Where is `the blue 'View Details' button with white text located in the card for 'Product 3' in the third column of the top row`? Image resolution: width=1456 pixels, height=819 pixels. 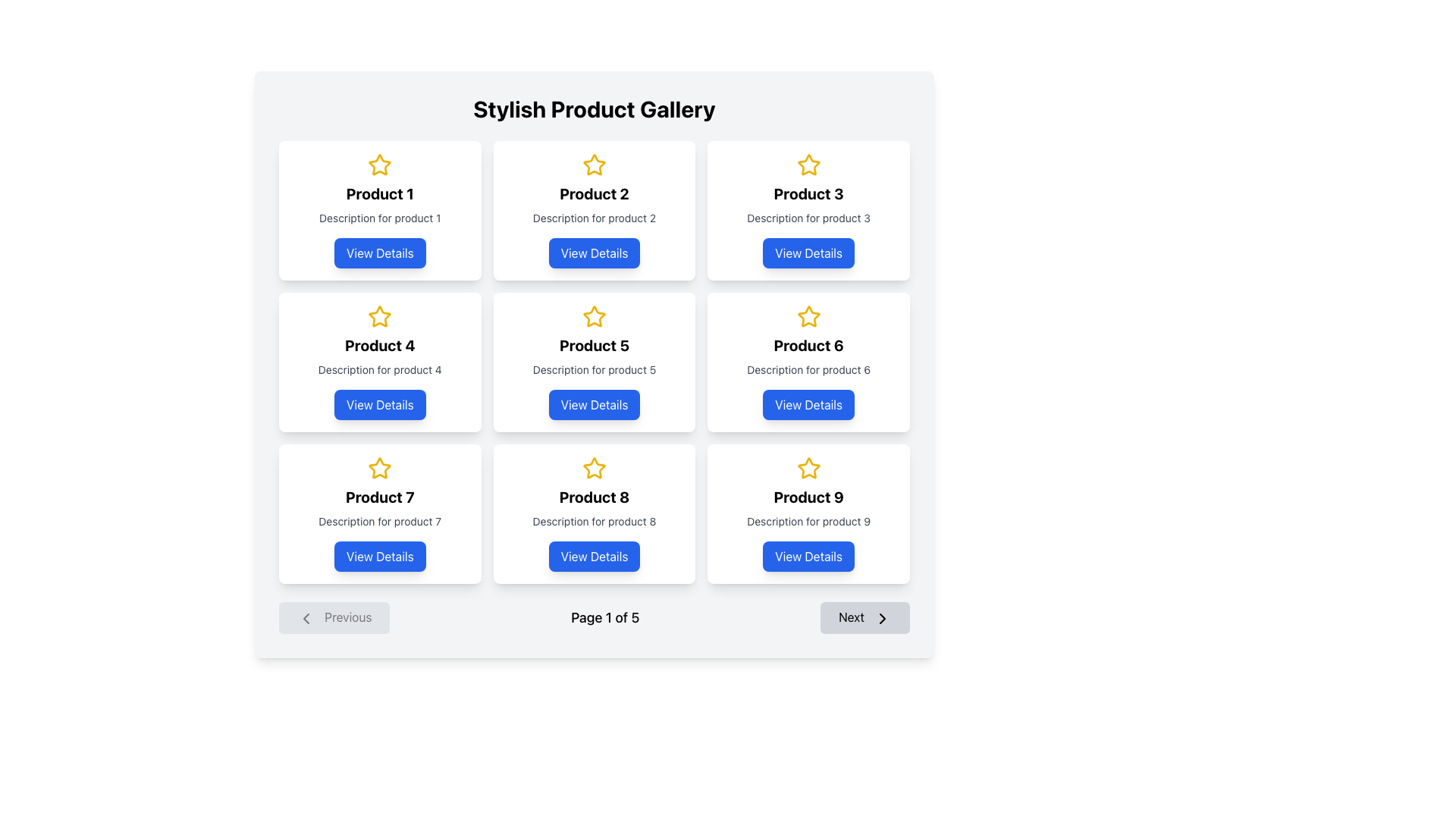 the blue 'View Details' button with white text located in the card for 'Product 3' in the third column of the top row is located at coordinates (808, 253).